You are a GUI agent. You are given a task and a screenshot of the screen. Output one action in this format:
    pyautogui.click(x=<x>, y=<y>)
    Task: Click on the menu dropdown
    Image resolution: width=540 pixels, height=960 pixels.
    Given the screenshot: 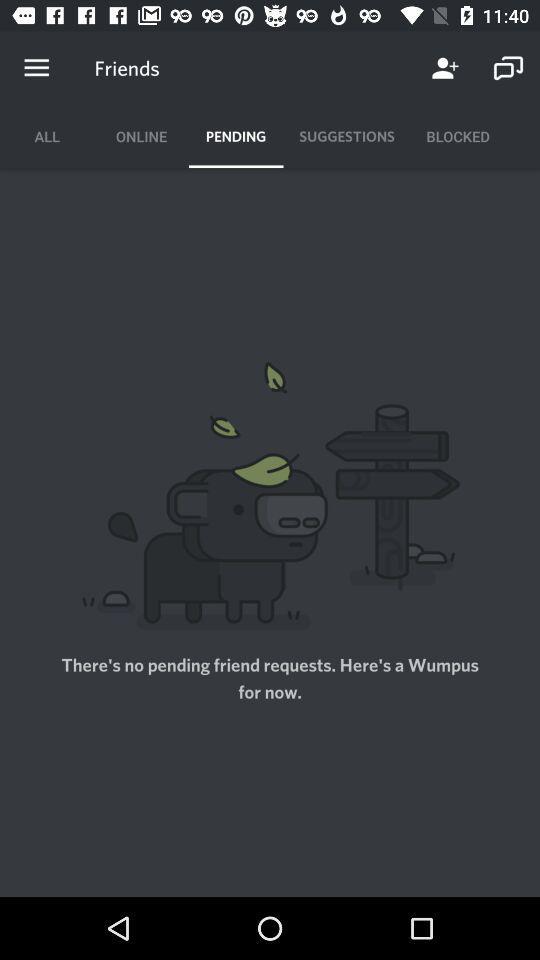 What is the action you would take?
    pyautogui.click(x=36, y=68)
    